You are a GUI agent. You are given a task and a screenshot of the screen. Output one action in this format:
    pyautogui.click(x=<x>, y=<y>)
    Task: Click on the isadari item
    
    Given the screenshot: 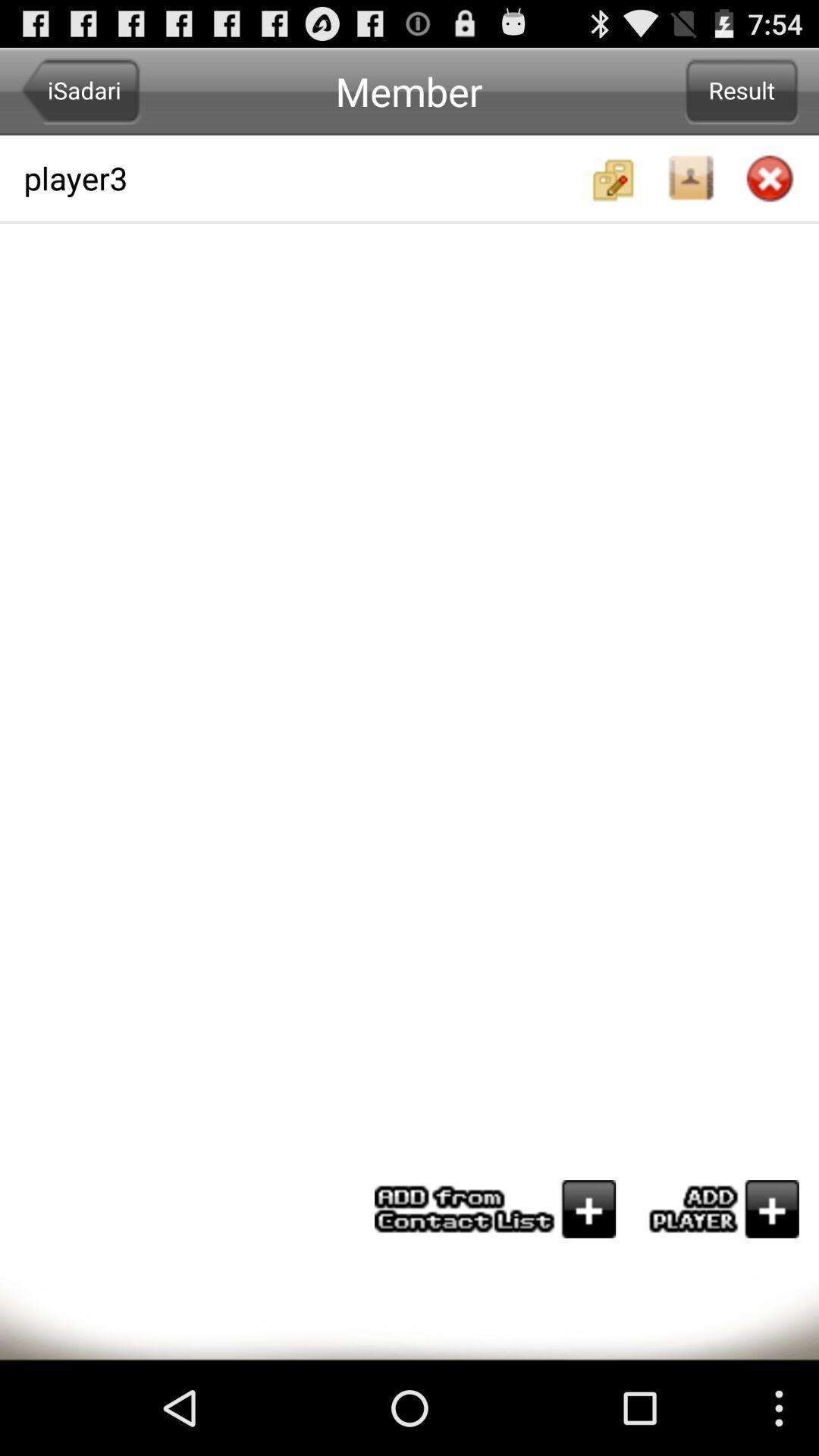 What is the action you would take?
    pyautogui.click(x=80, y=90)
    